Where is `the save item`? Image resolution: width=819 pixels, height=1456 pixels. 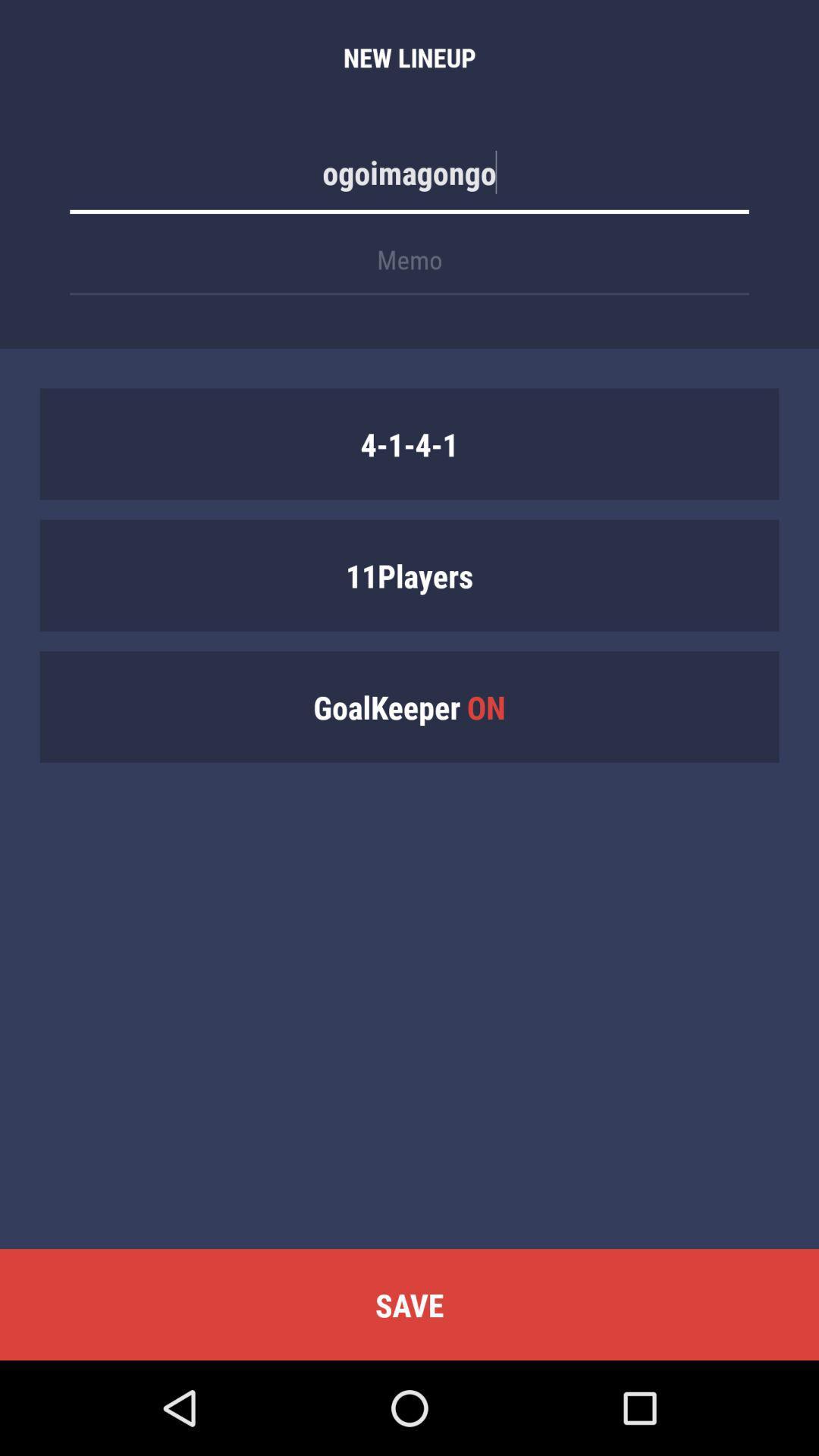 the save item is located at coordinates (409, 1304).